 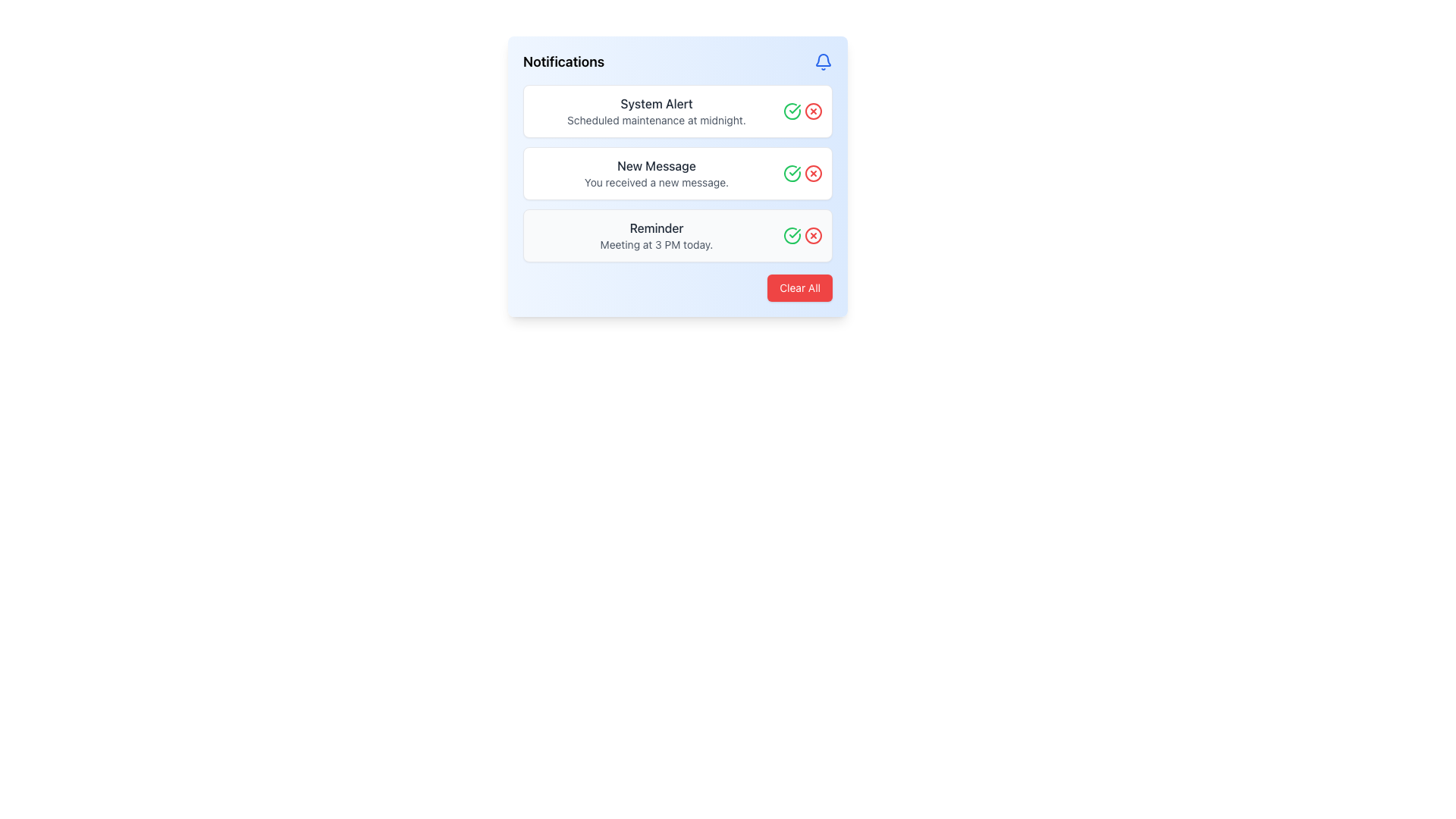 I want to click on the circular red button with a white background featuring a red 'X' icon, located on the far right side of the third row under the 'Reminder: Meeting at 3 PM today' section, so click(x=813, y=236).